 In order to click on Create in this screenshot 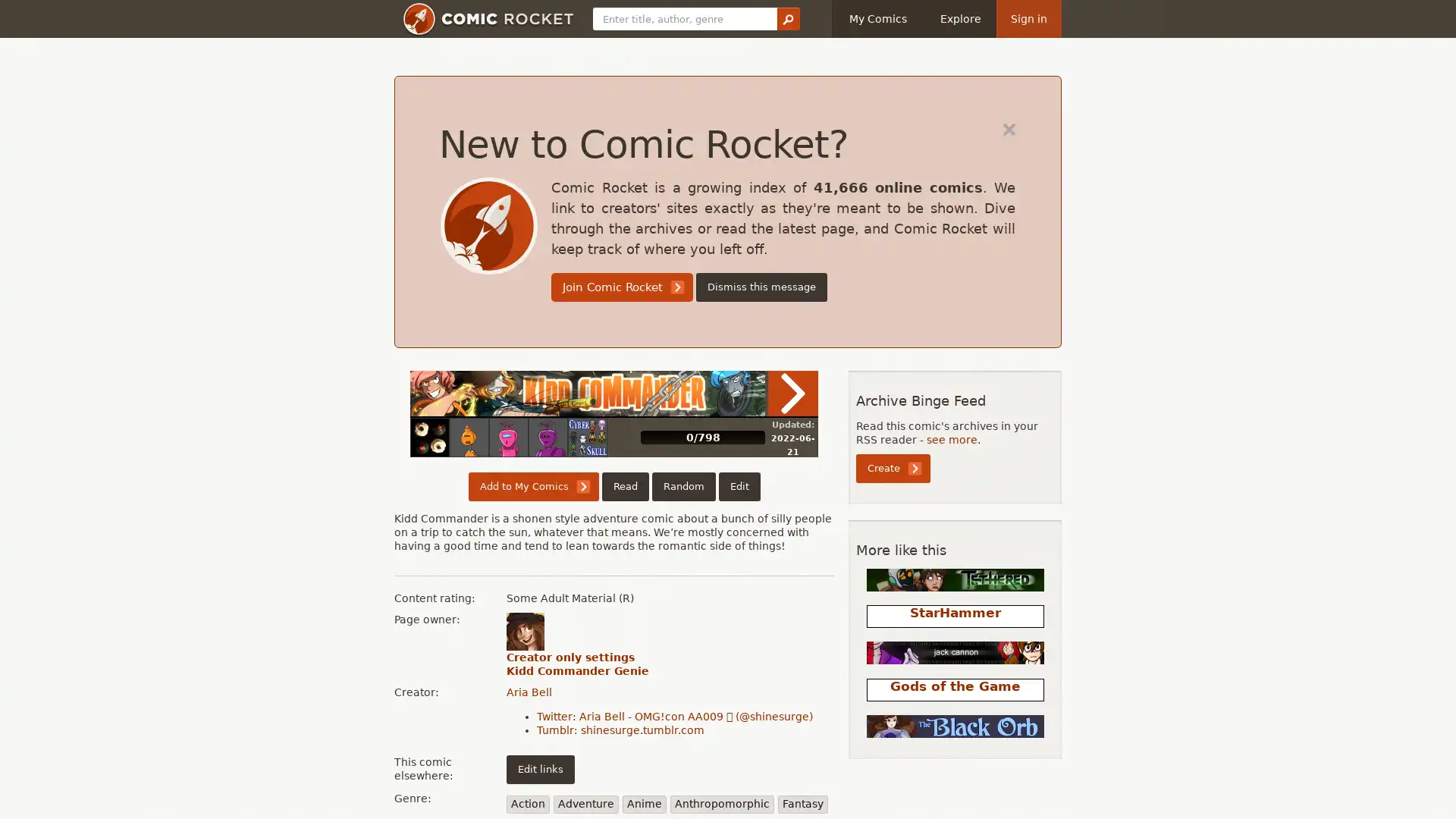, I will do `click(893, 467)`.